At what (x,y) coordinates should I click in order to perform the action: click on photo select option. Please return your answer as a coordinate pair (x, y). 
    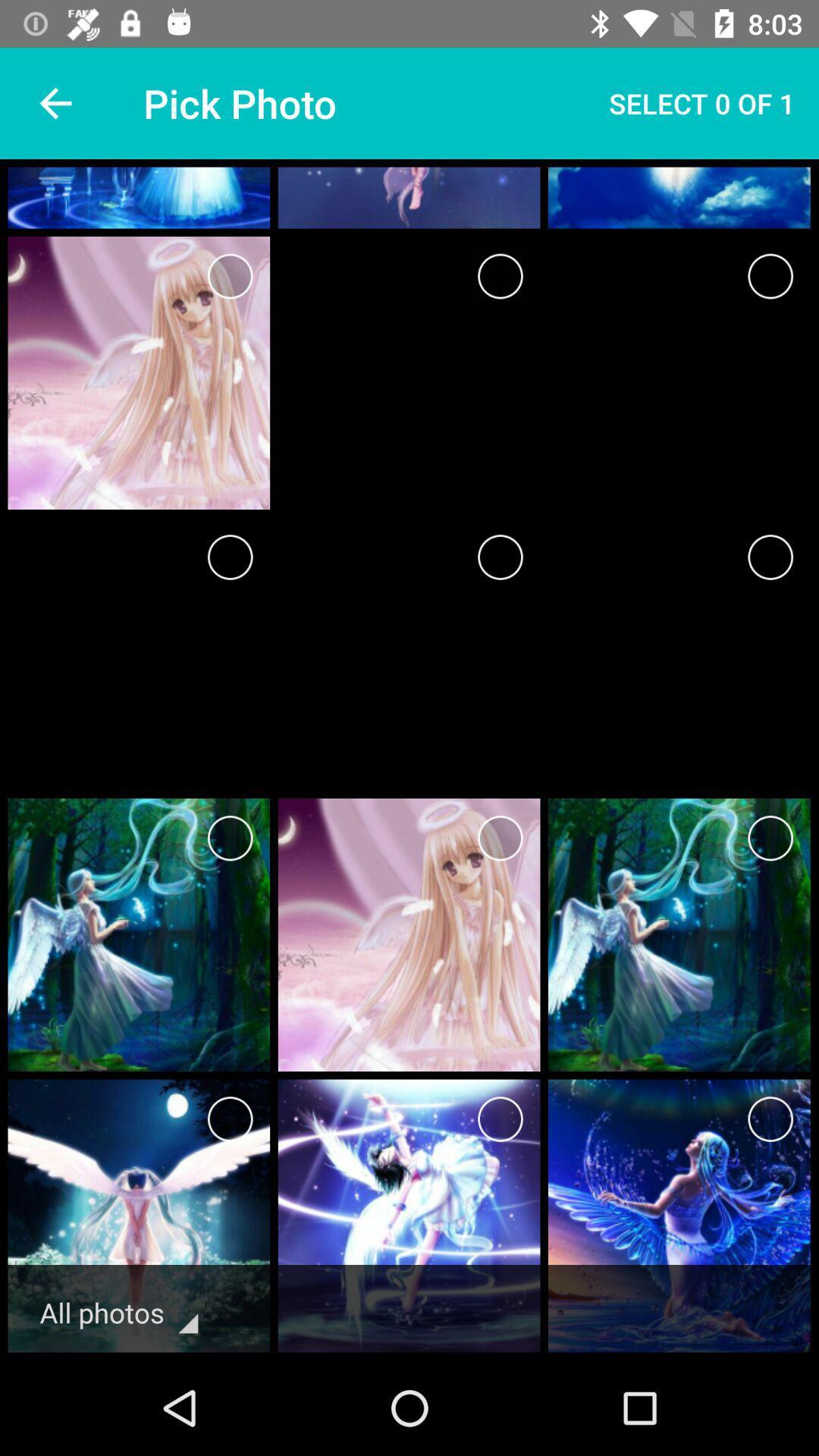
    Looking at the image, I should click on (230, 1119).